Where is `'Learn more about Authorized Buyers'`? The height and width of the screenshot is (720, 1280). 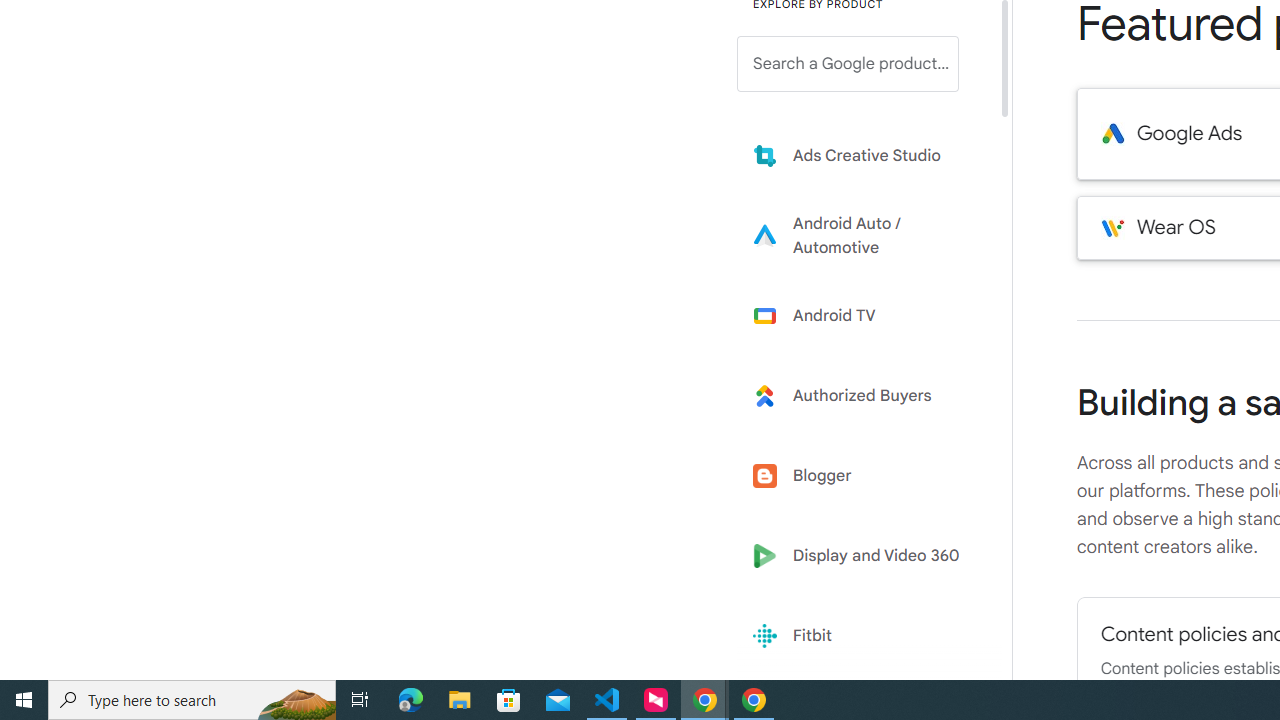 'Learn more about Authorized Buyers' is located at coordinates (862, 396).